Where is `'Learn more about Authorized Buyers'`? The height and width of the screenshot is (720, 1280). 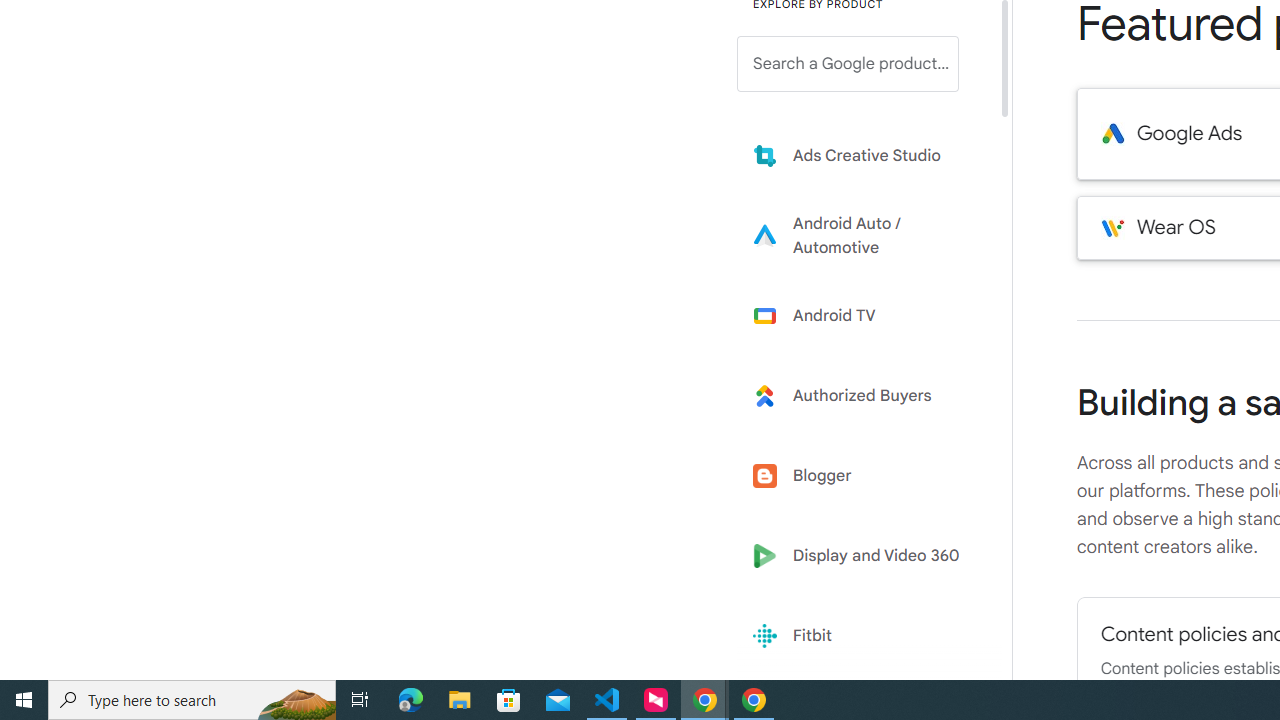 'Learn more about Authorized Buyers' is located at coordinates (862, 396).